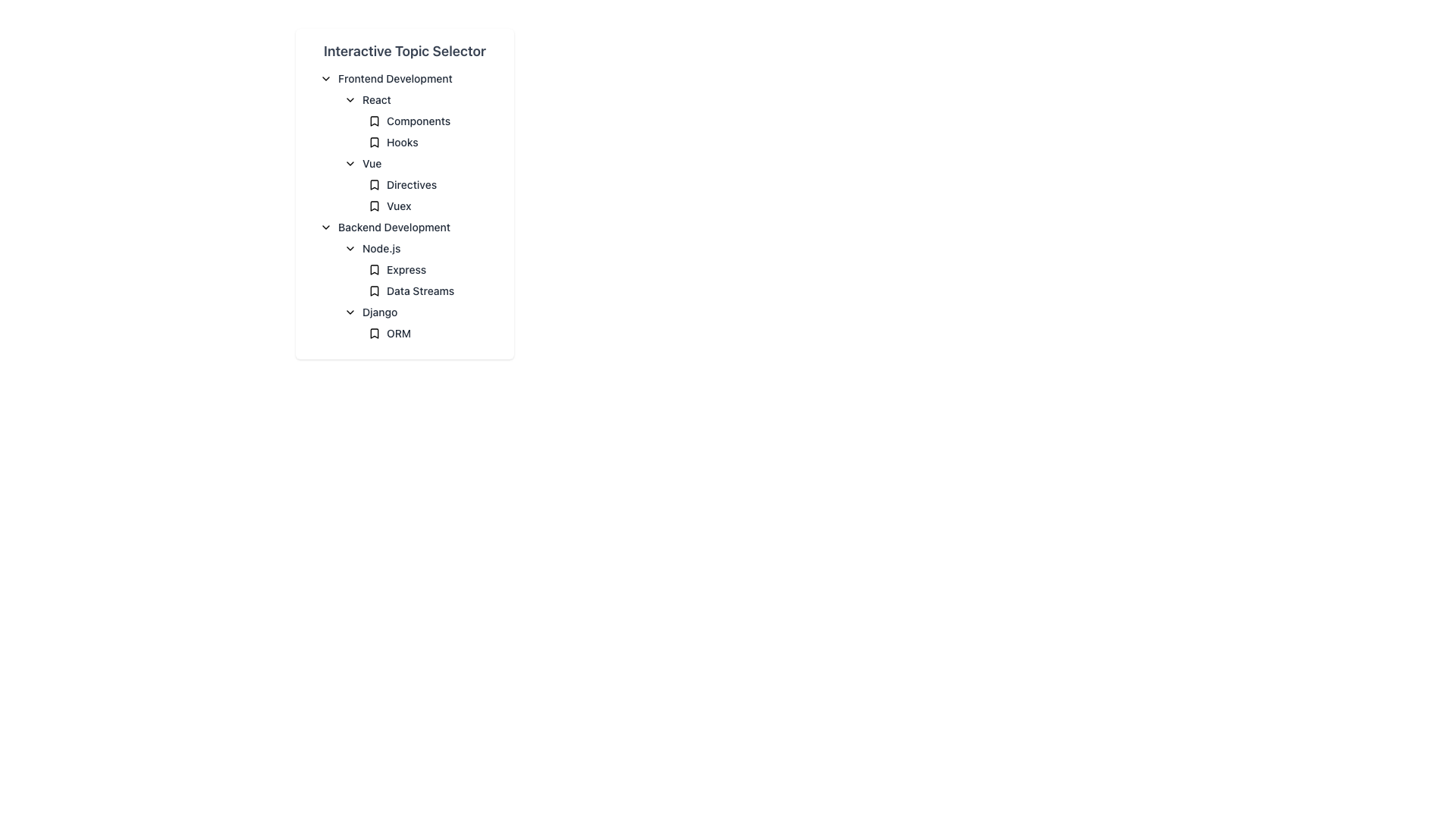 Image resolution: width=1456 pixels, height=819 pixels. Describe the element at coordinates (381, 247) in the screenshot. I see `the 'Node.js' text label displayed in medium-sized gray font within the dropdown menu under the 'Backend Development' section` at that location.